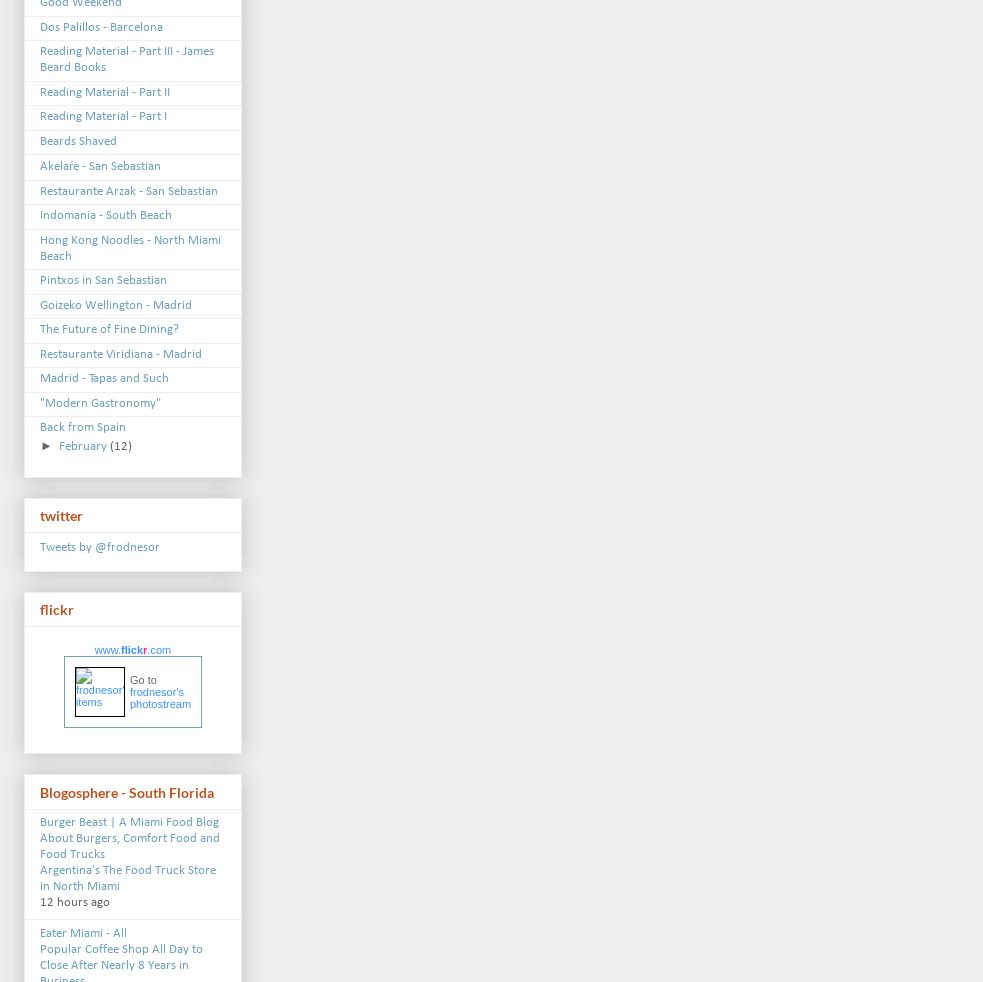  I want to click on 'Eater Miami -  All', so click(82, 933).